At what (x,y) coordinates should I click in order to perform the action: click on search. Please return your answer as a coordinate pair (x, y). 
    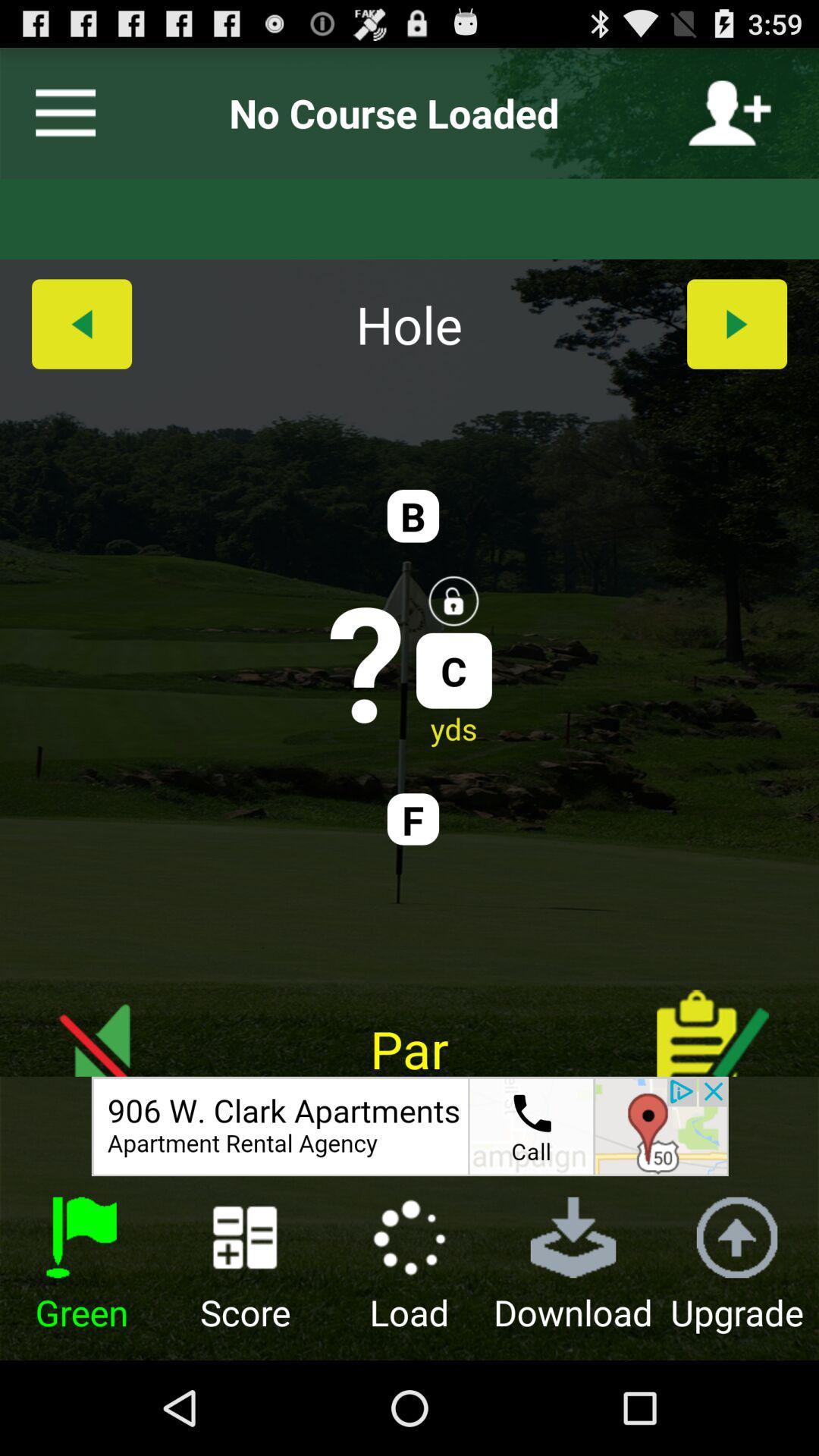
    Looking at the image, I should click on (409, 1126).